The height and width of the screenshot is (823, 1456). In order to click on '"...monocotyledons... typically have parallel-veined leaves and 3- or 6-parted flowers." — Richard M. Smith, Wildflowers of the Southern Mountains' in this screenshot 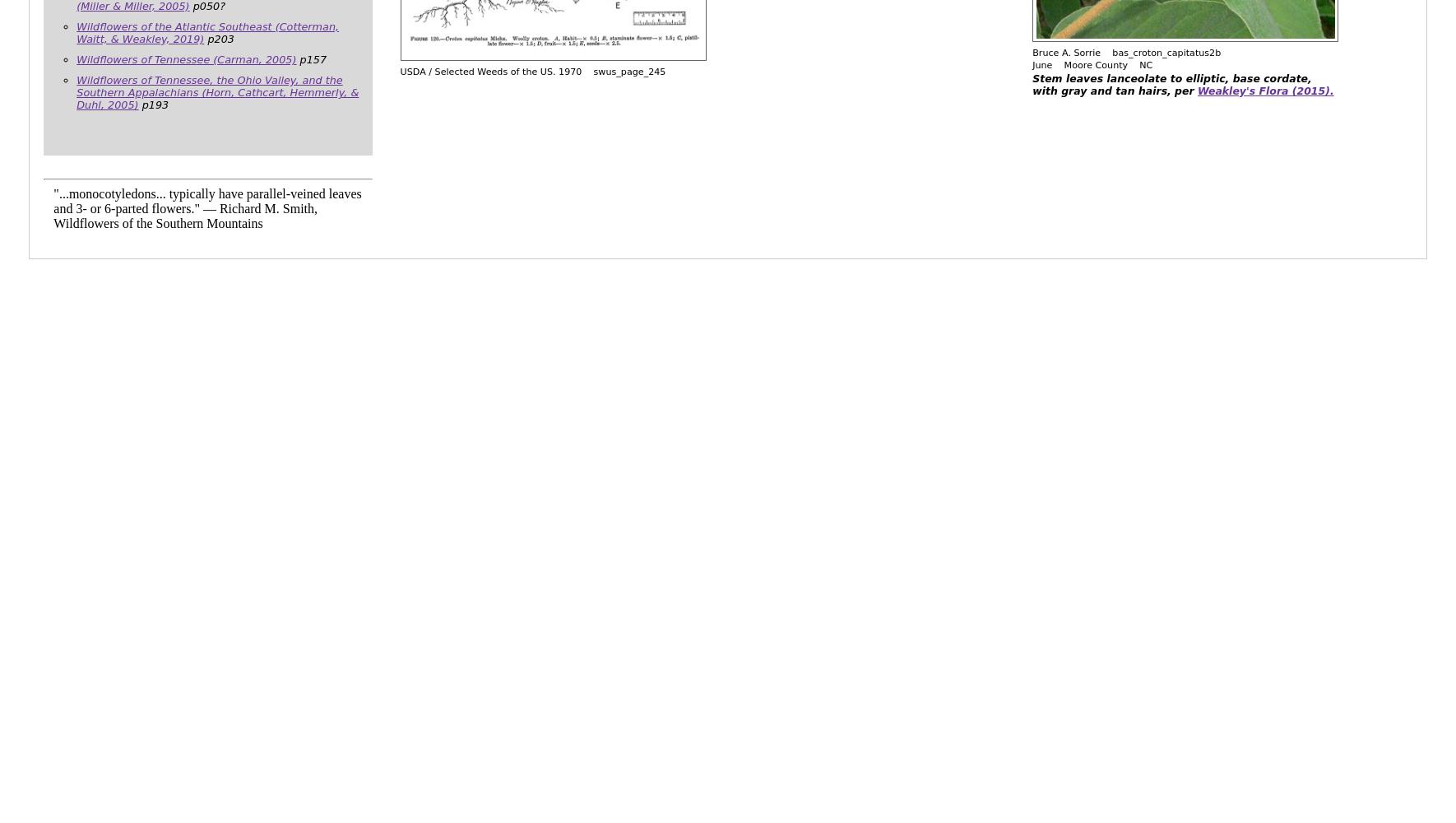, I will do `click(52, 208)`.